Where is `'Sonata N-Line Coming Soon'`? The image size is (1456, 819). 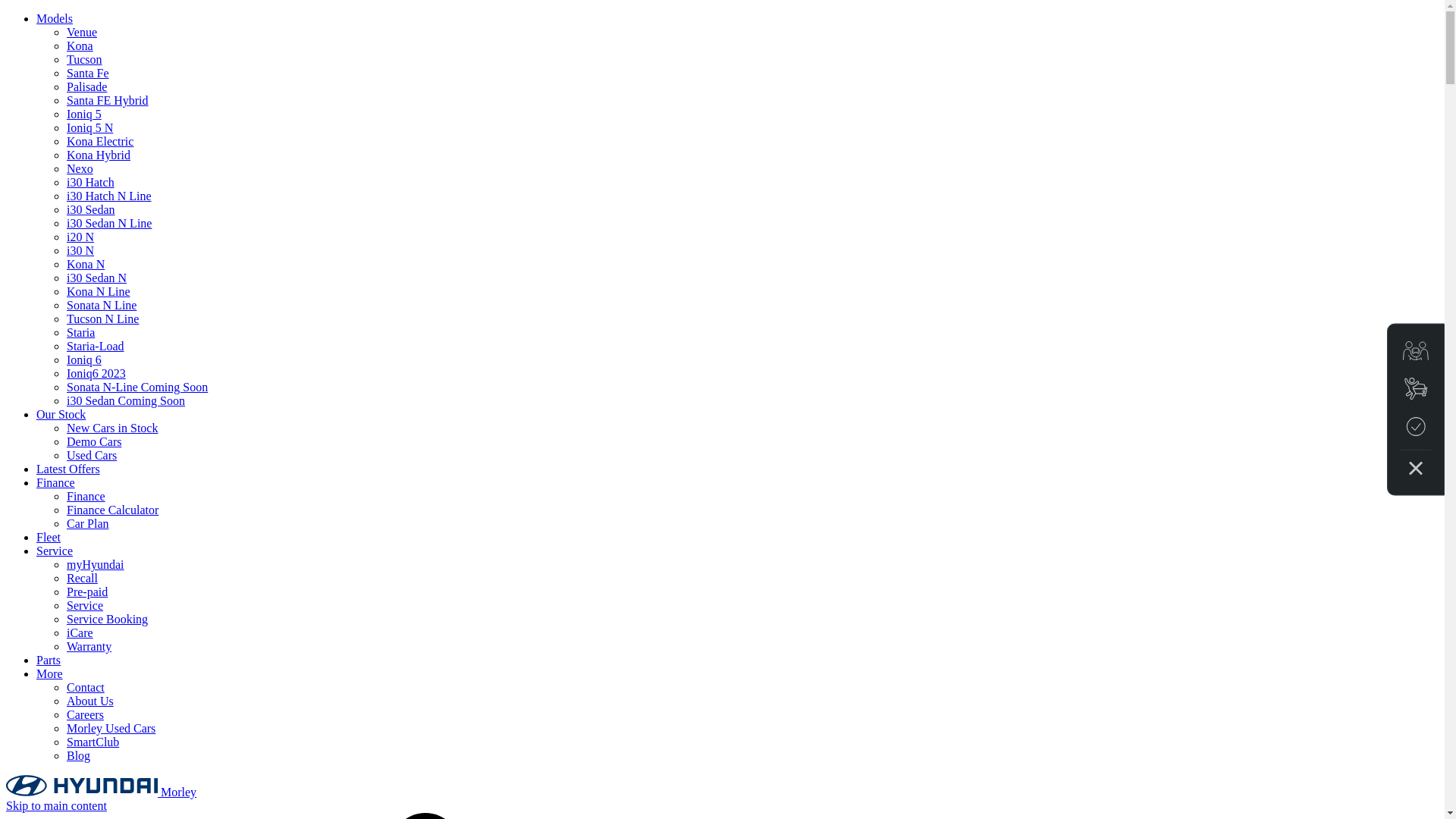
'Sonata N-Line Coming Soon' is located at coordinates (137, 386).